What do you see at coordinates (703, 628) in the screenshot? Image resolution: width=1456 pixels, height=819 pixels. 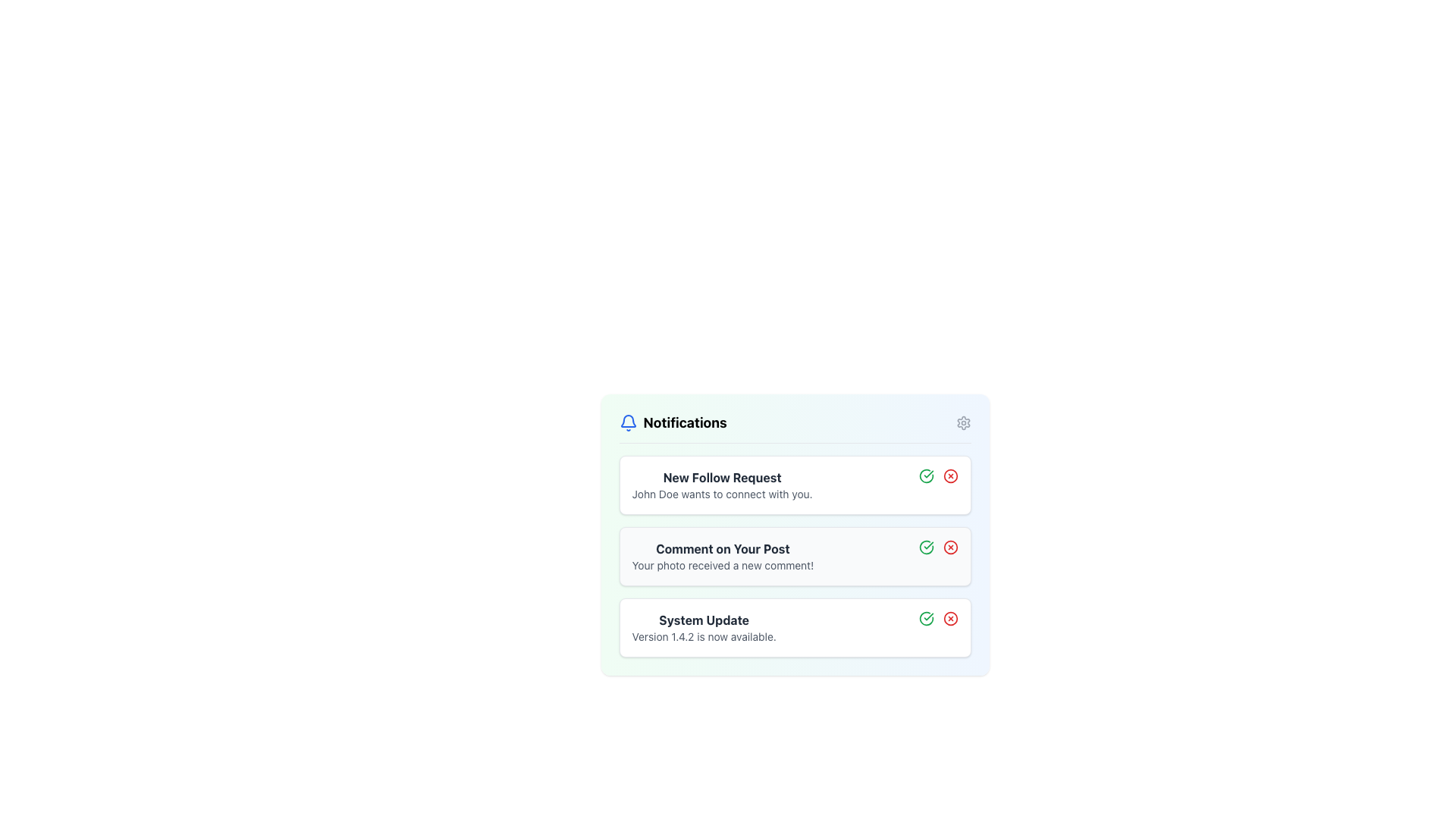 I see `the third notification in the vertical list within the card-like panel to focus on the informational text about the new version update` at bounding box center [703, 628].